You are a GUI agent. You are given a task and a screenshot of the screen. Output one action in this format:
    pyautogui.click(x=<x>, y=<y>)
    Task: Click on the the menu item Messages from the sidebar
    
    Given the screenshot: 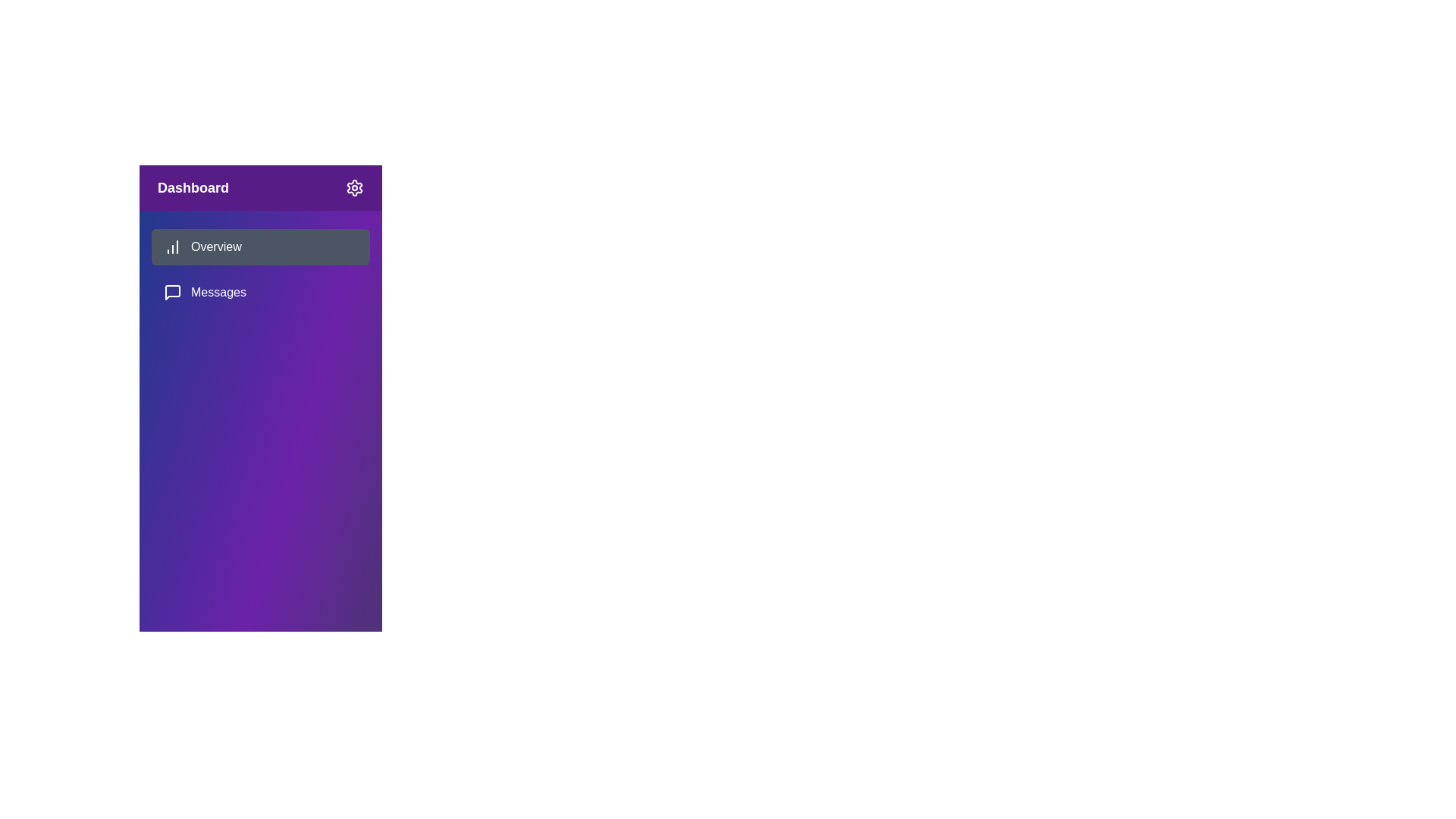 What is the action you would take?
    pyautogui.click(x=261, y=292)
    